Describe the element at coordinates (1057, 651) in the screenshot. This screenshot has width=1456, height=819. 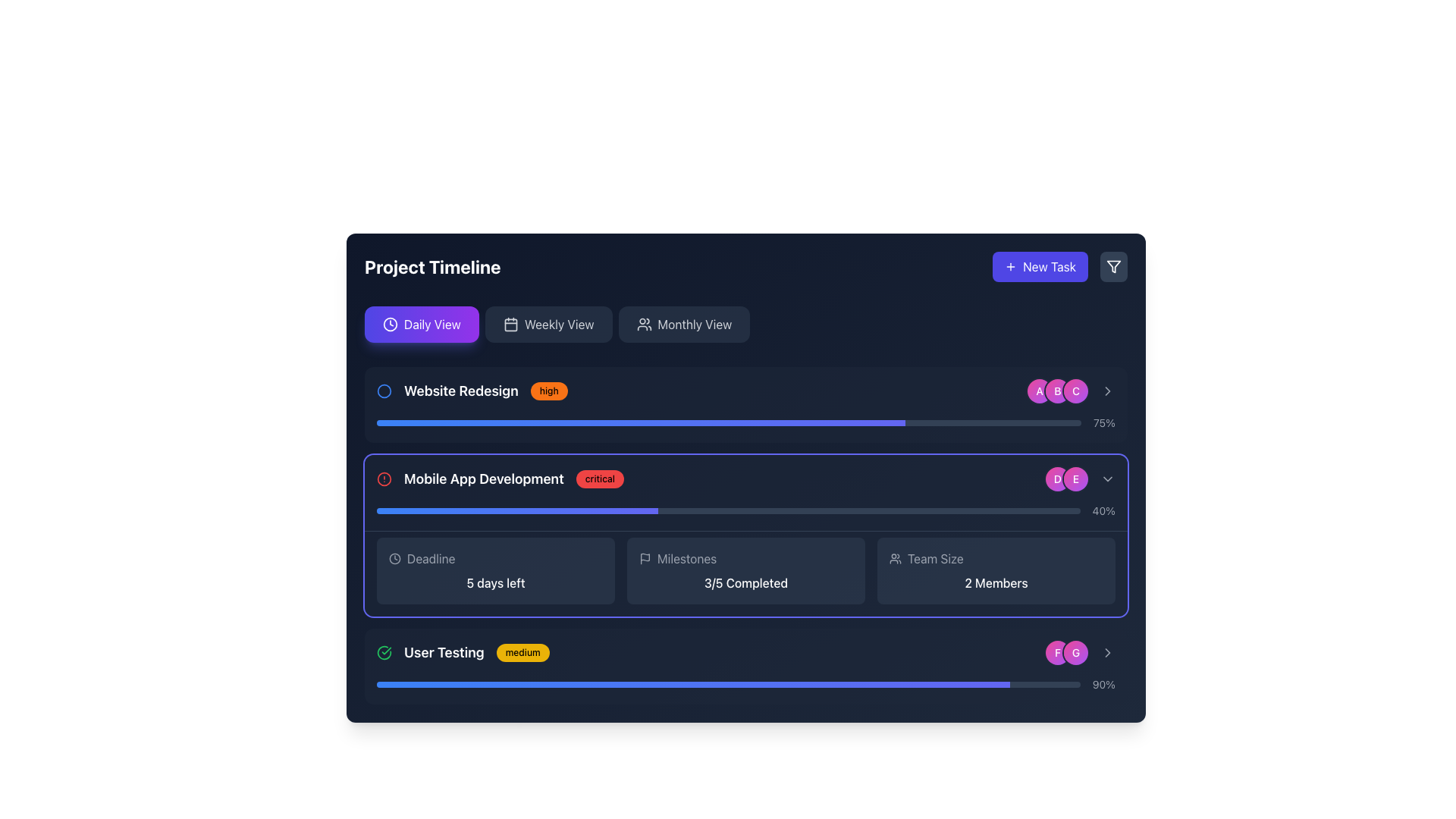
I see `the circular avatar displaying the initial 'F', located to the left of the 'G' icon in the User Testing section` at that location.